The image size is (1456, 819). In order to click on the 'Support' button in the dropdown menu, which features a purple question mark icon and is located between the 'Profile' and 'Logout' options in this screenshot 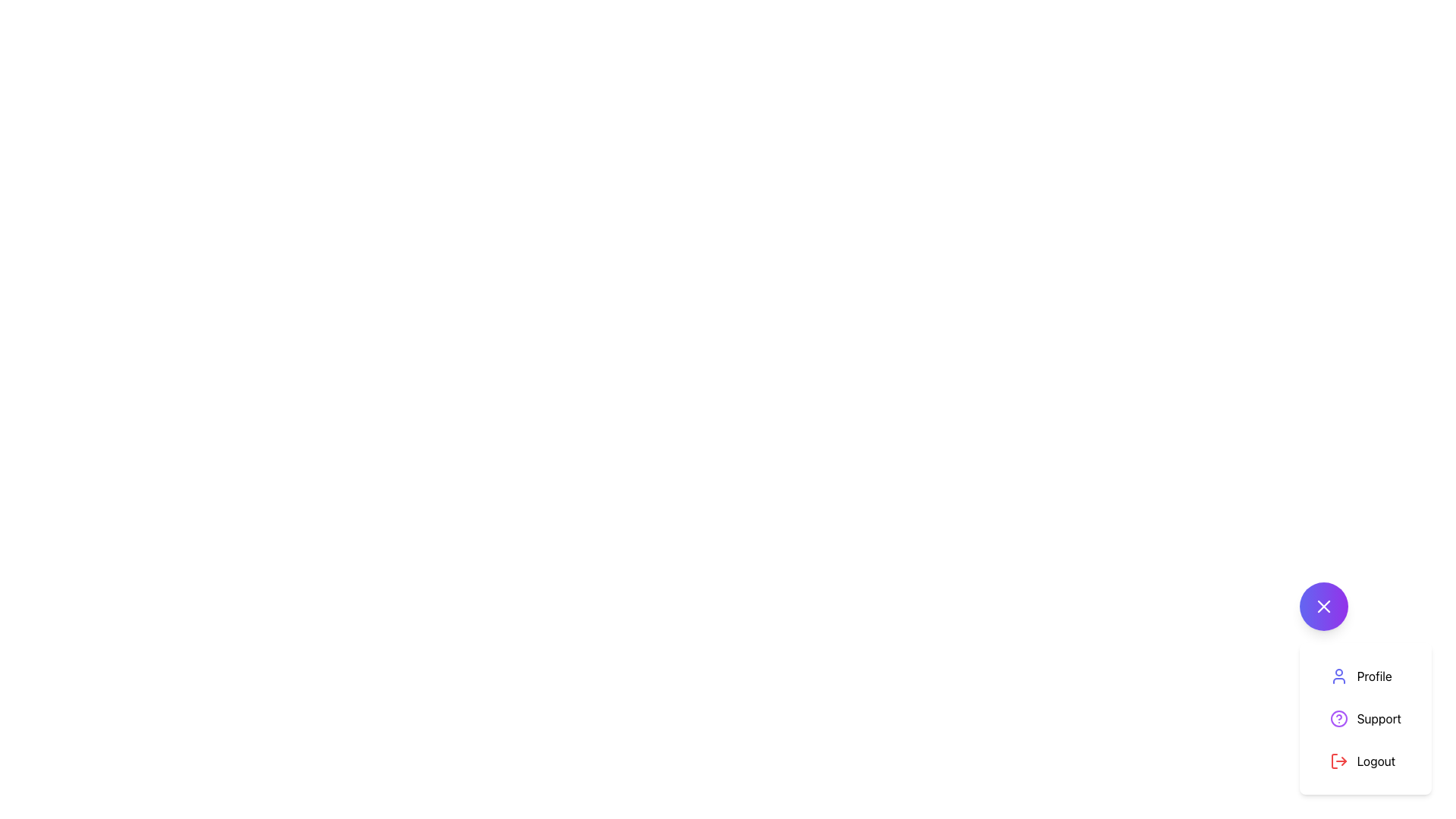, I will do `click(1365, 718)`.